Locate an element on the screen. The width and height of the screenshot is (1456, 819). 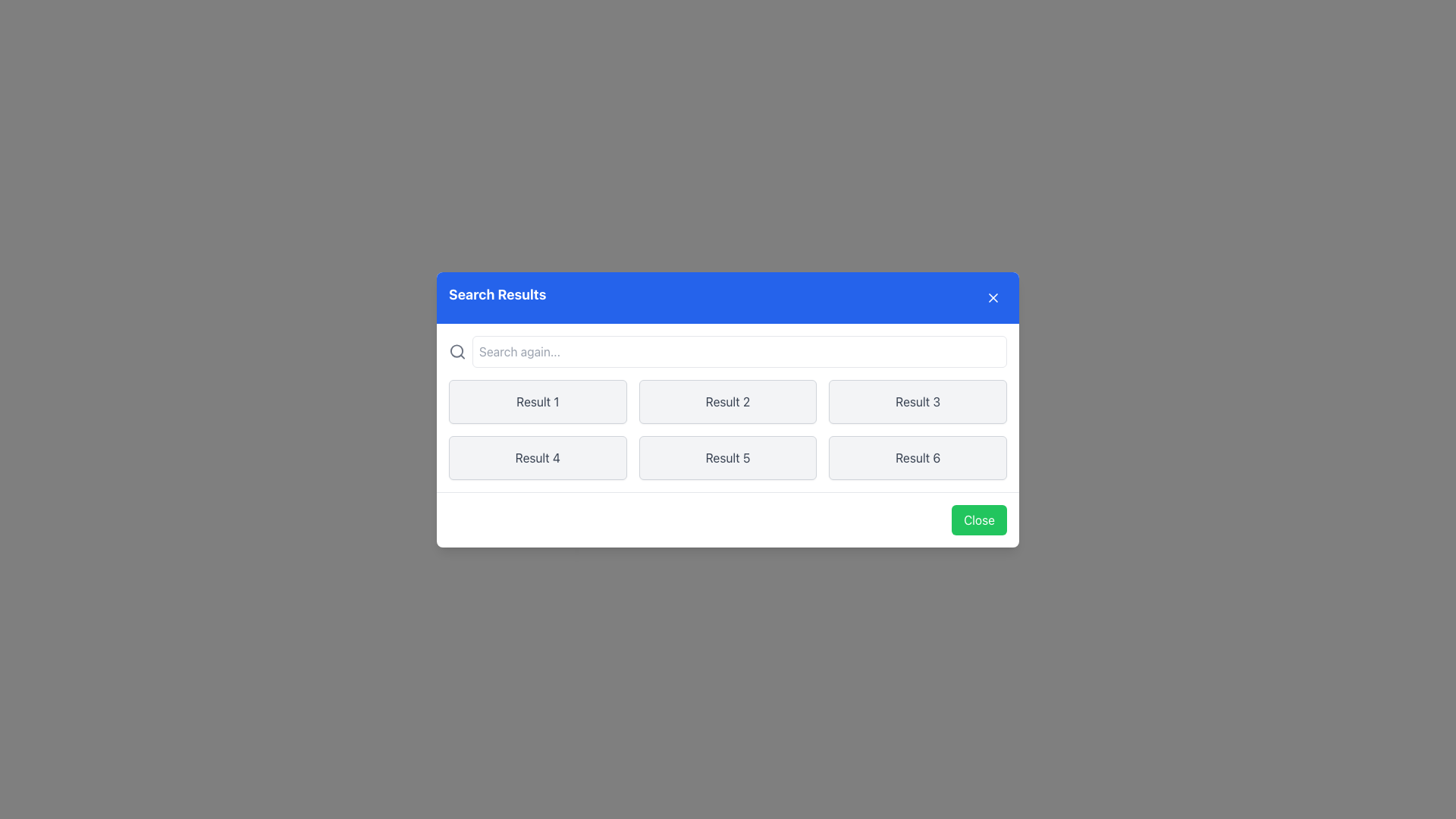
the 'X' shaped button located in the top-right corner of the blue header bar labeled 'Search Results' is located at coordinates (993, 297).